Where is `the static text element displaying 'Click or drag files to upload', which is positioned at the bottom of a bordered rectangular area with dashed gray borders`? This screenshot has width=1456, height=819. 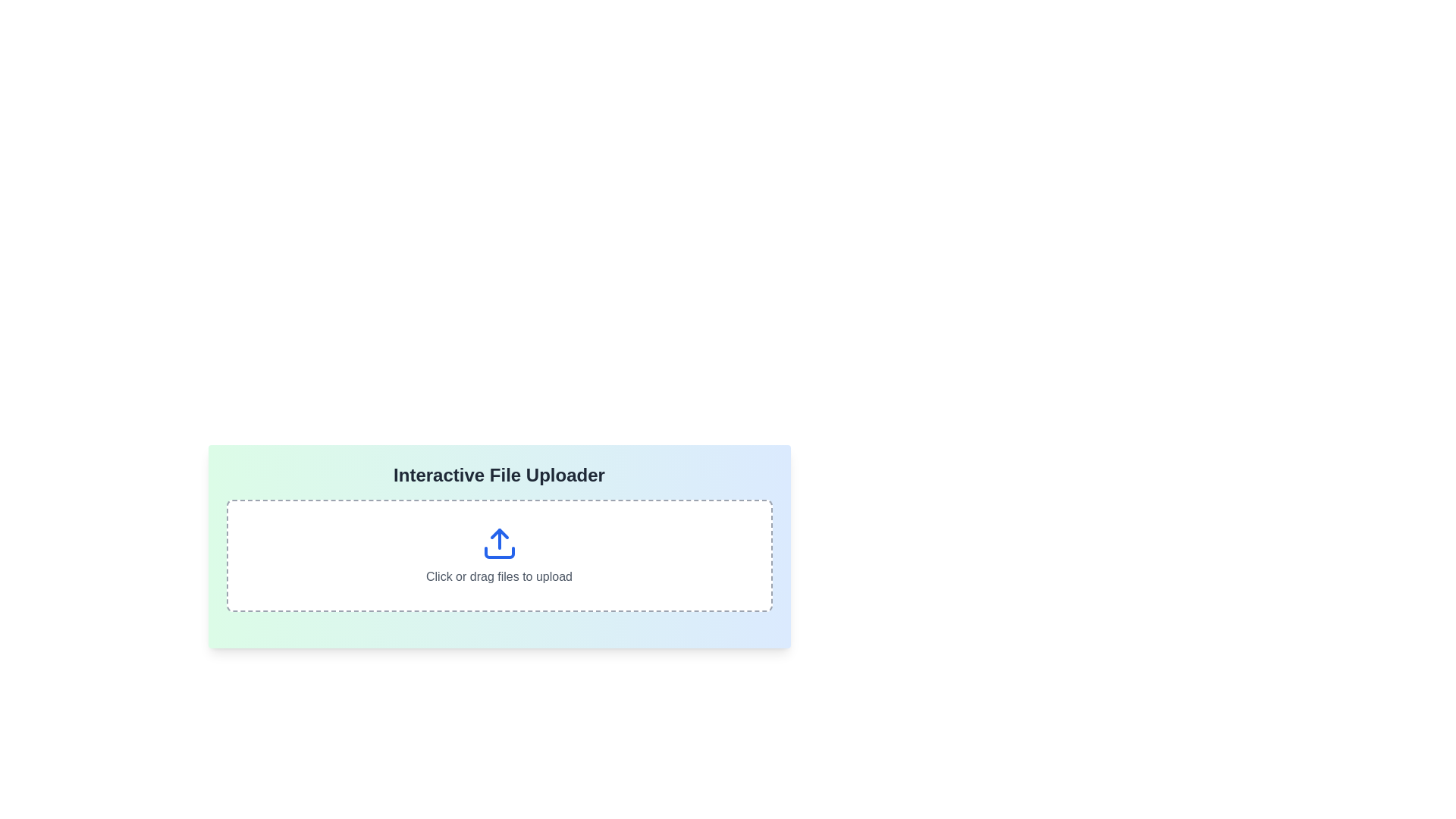 the static text element displaying 'Click or drag files to upload', which is positioned at the bottom of a bordered rectangular area with dashed gray borders is located at coordinates (499, 576).